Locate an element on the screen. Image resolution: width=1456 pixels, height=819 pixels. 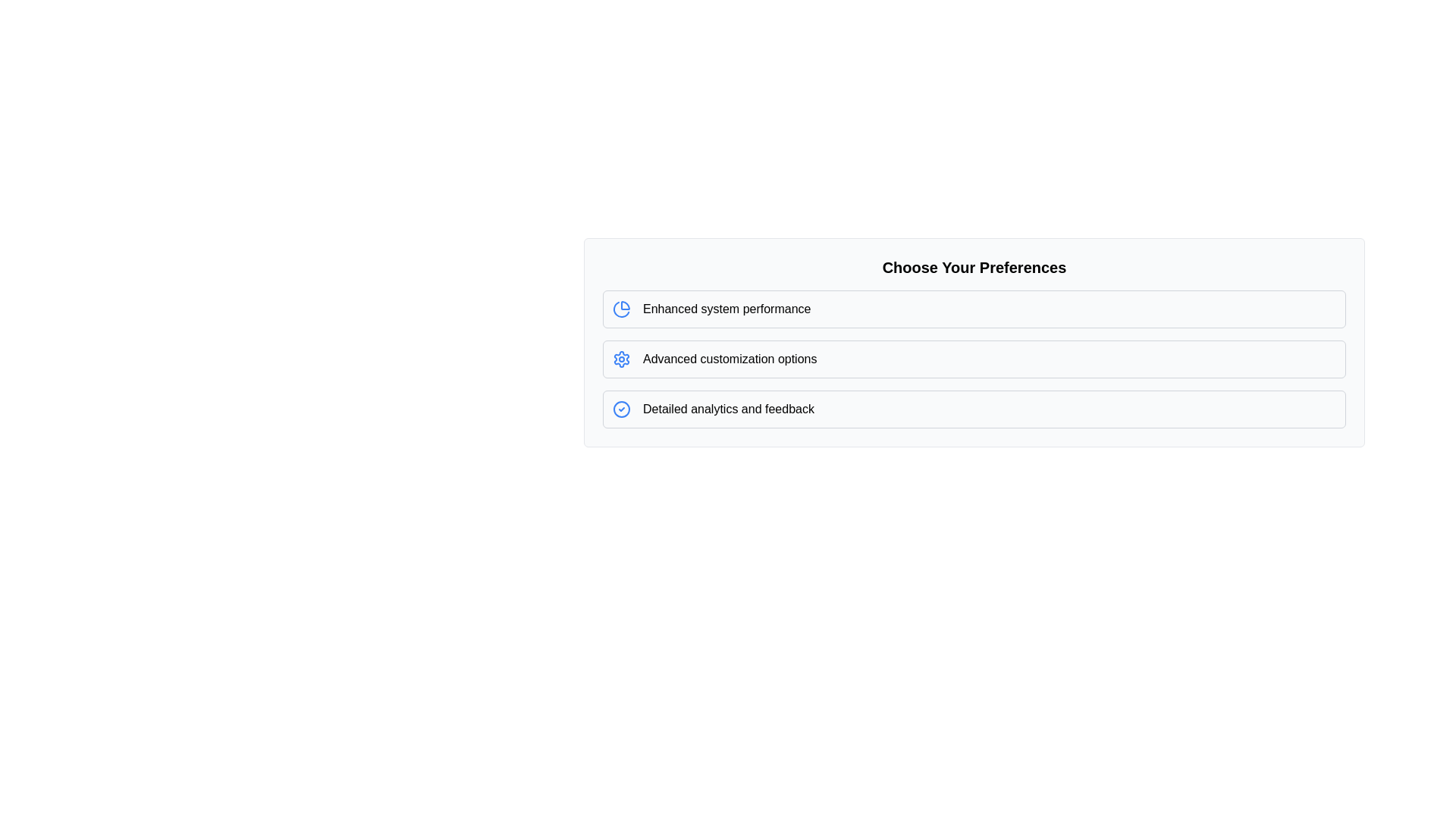
the text label displaying 'Detailed analytics and feedback', which is located next to a checkmark icon in the third option of a vertically stacked list under 'Choose Your Preferences' is located at coordinates (728, 409).